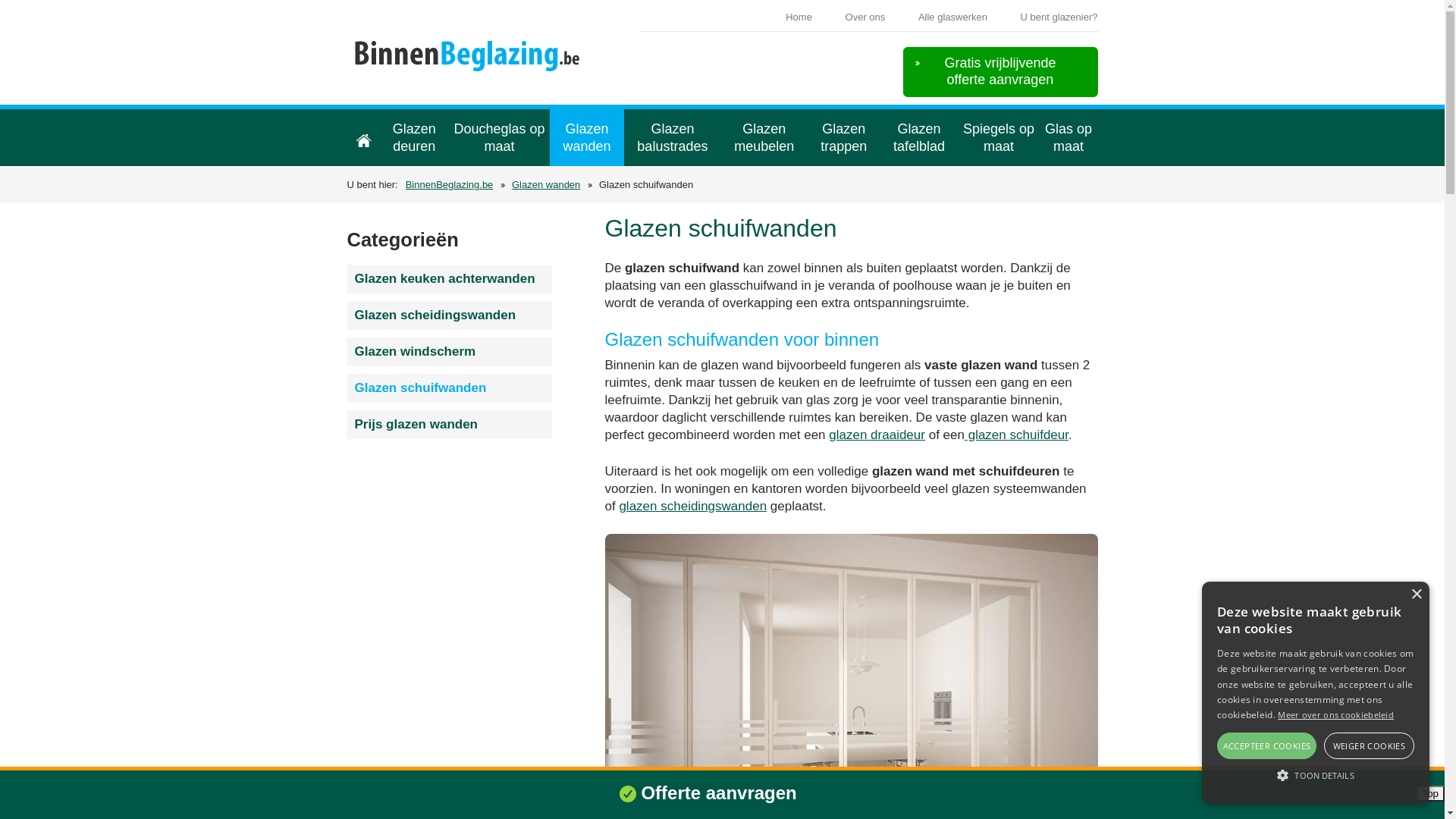  What do you see at coordinates (999, 137) in the screenshot?
I see `'Spiegels op maat'` at bounding box center [999, 137].